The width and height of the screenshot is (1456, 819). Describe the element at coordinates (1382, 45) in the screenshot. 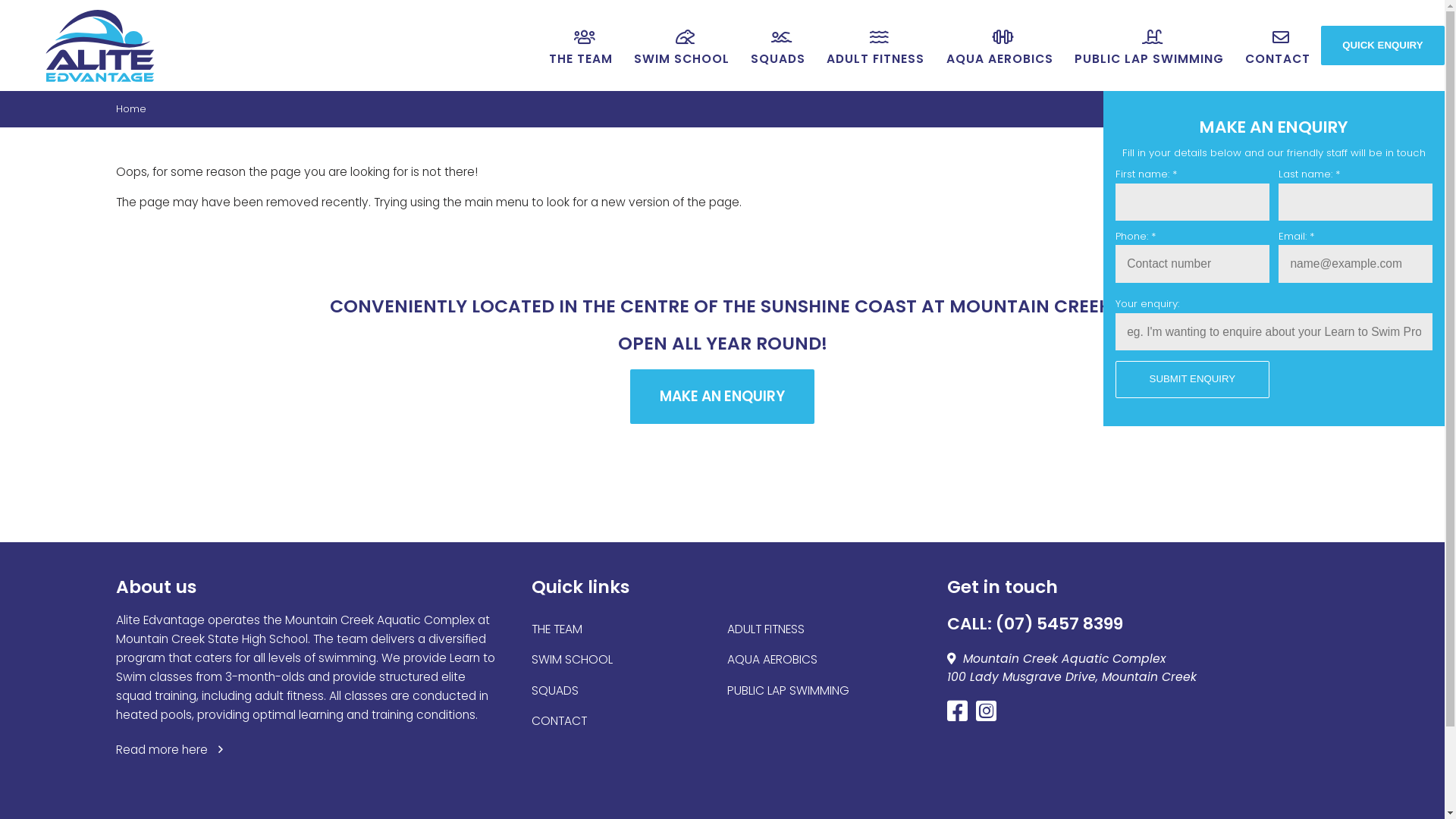

I see `'QUICK ENQUIRY'` at that location.